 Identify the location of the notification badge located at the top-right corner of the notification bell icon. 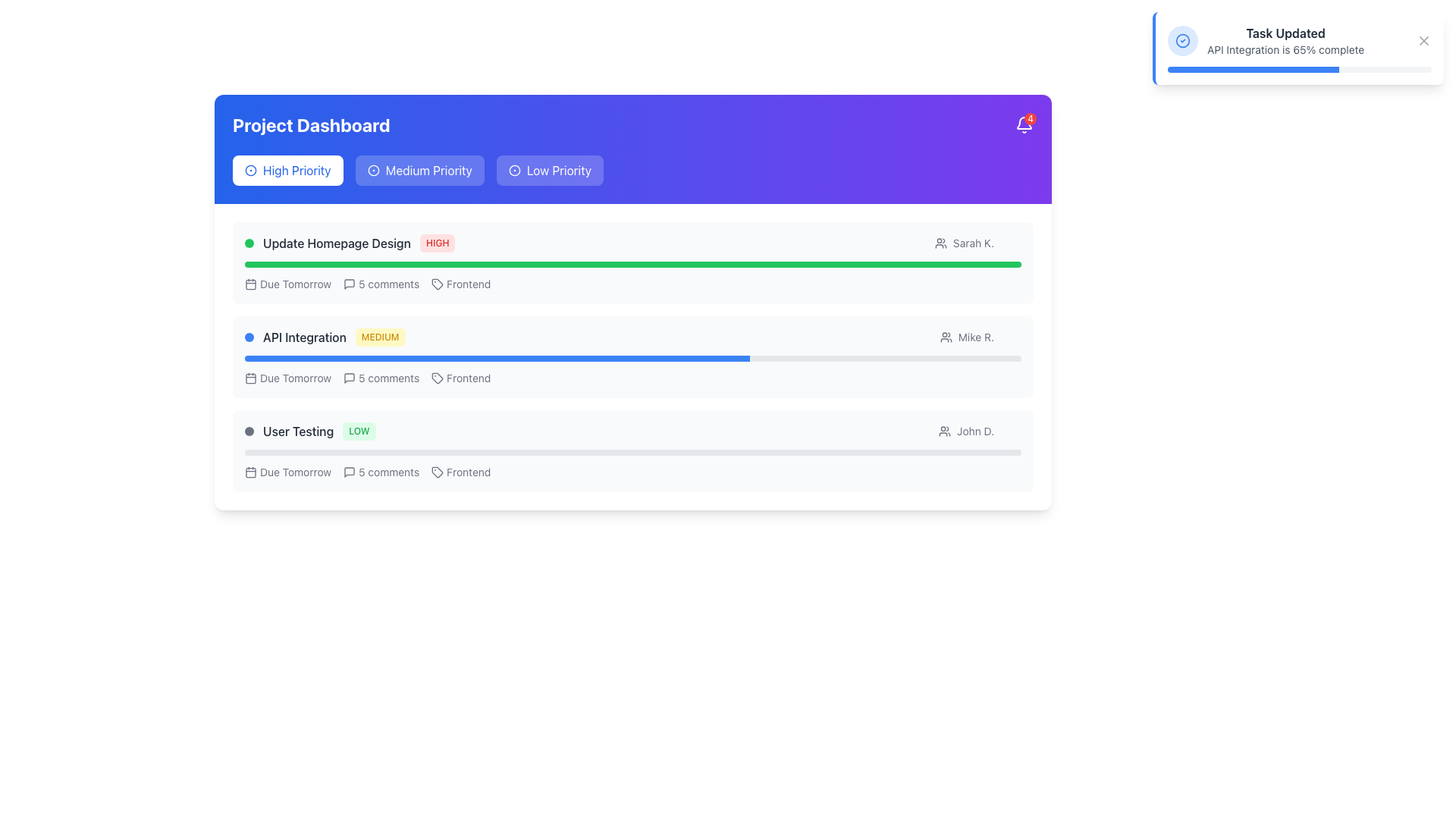
(1030, 118).